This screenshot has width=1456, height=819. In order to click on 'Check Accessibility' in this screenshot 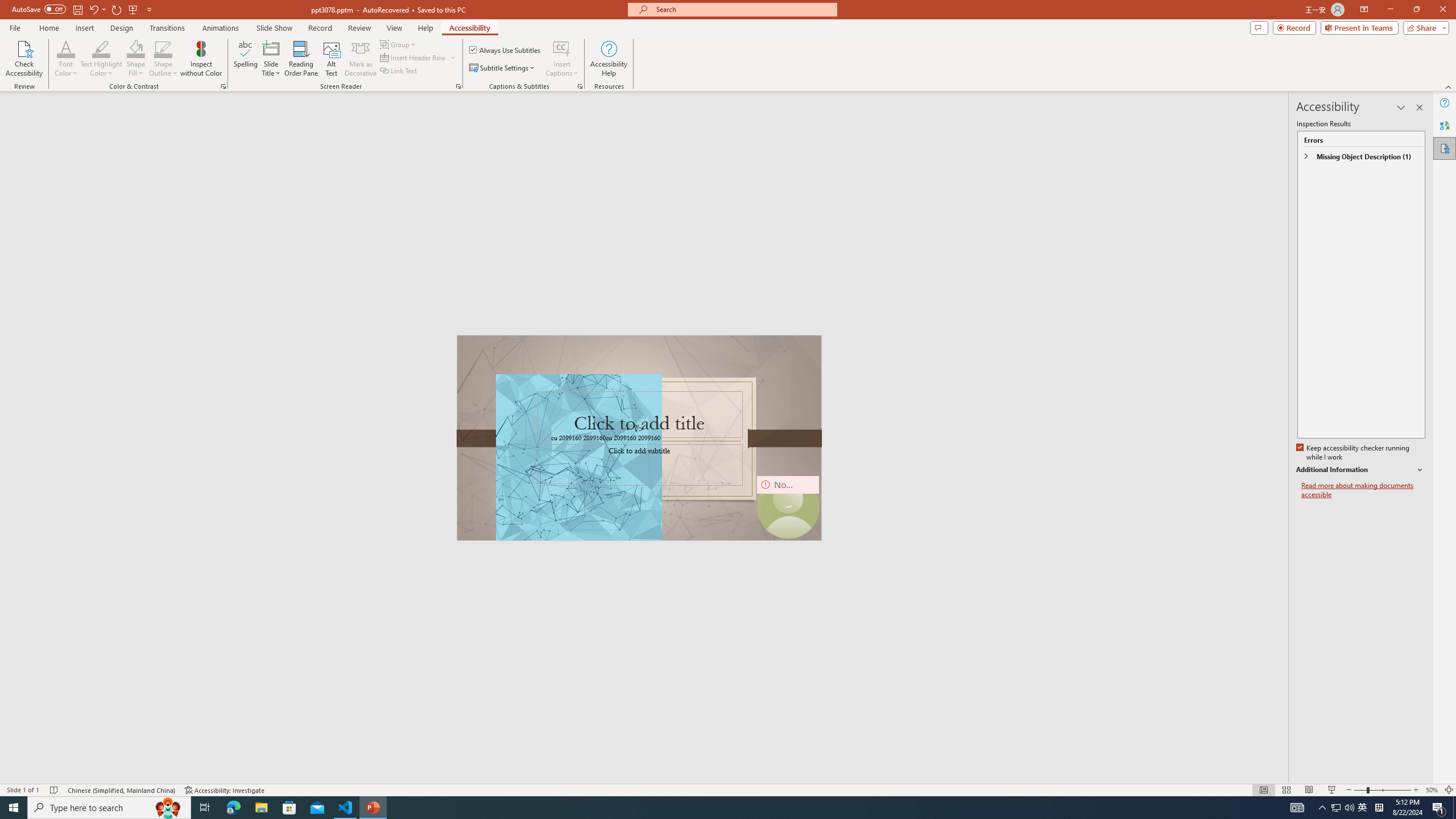, I will do `click(23, 59)`.